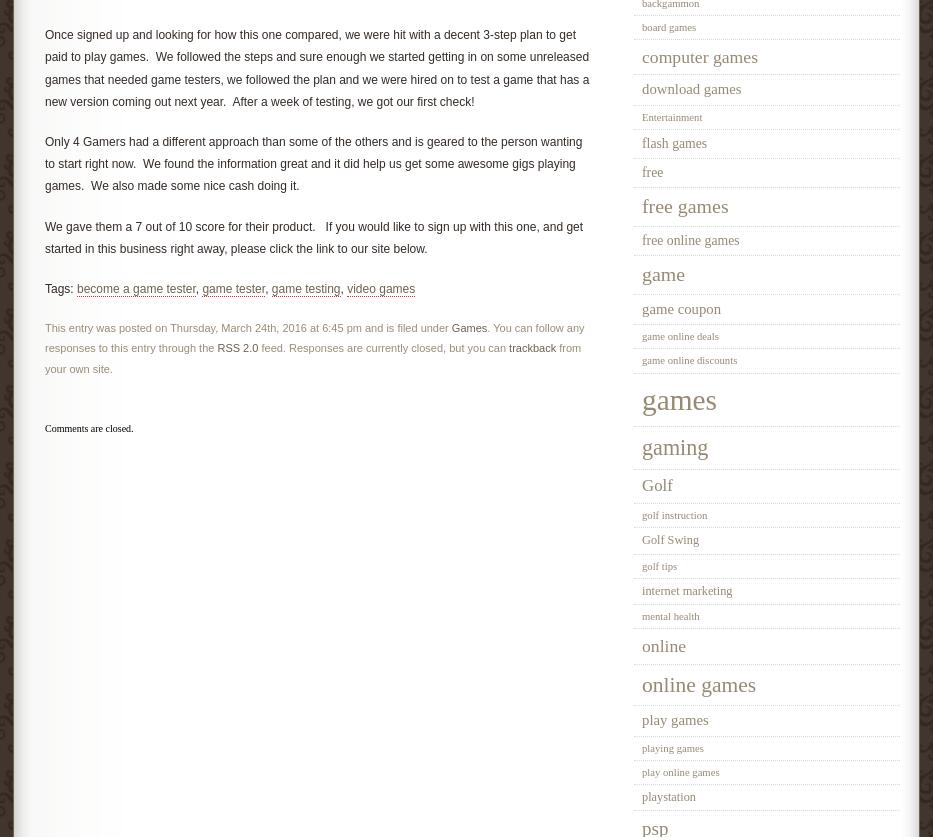 This screenshot has height=837, width=933. Describe the element at coordinates (671, 117) in the screenshot. I see `'Entertainment'` at that location.